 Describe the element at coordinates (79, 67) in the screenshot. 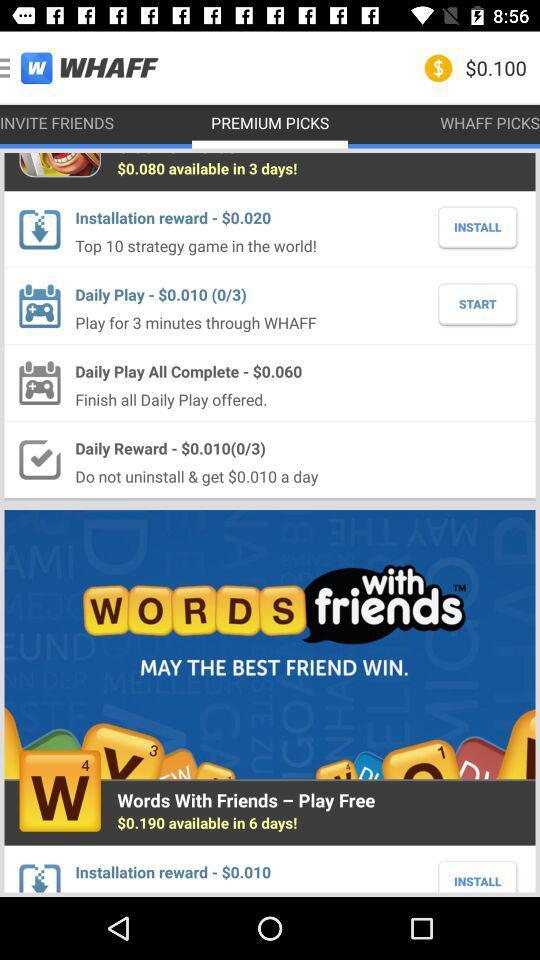

I see `the icon to the left of premium picks` at that location.